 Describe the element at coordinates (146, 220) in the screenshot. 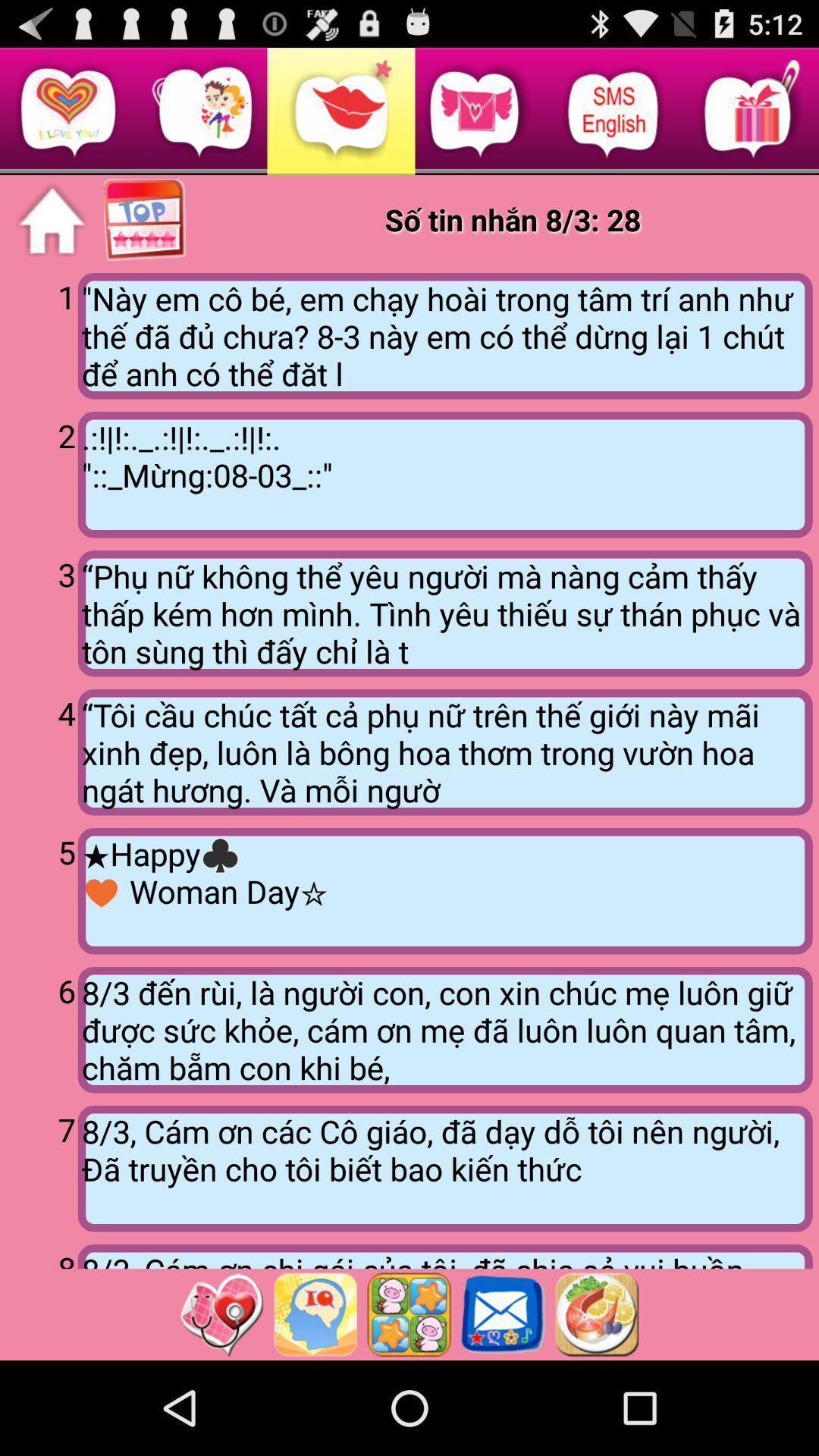

I see `show top options` at that location.